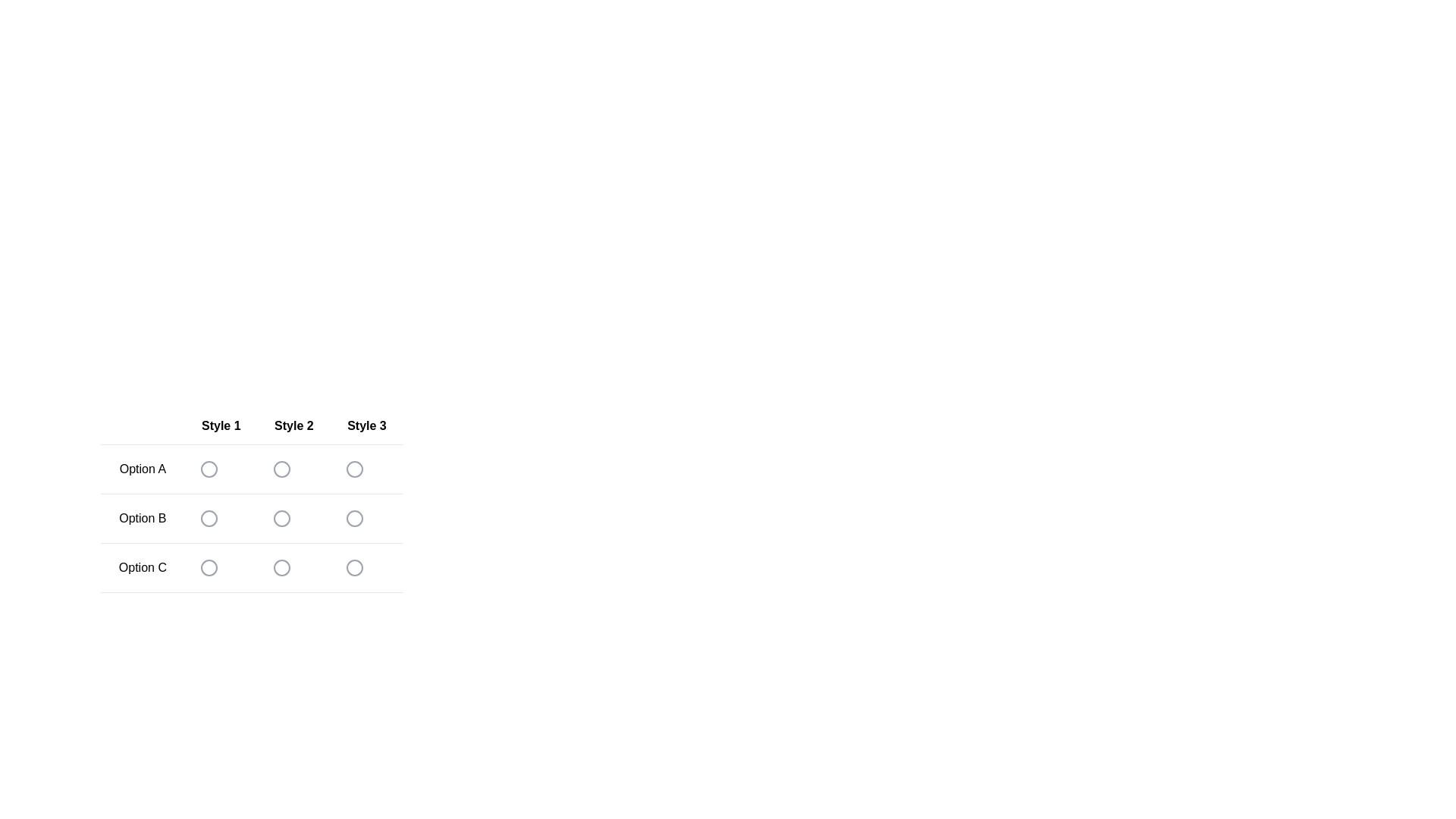 Image resolution: width=1456 pixels, height=819 pixels. What do you see at coordinates (143, 517) in the screenshot?
I see `the Text Label in the second row of the grid that provides context for 'Option B' associated with 'Style 1'` at bounding box center [143, 517].